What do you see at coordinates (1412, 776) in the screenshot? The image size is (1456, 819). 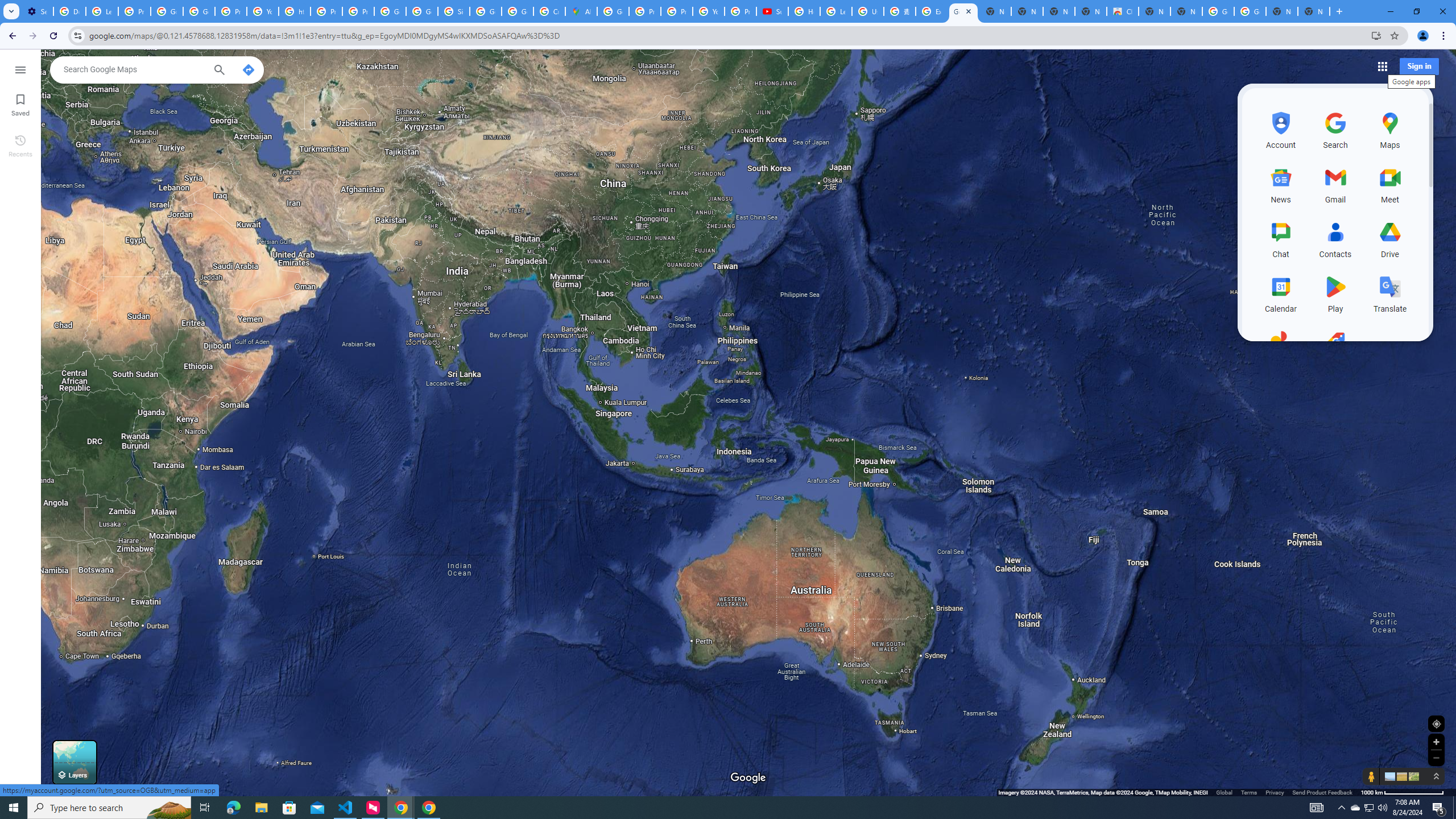 I see `'Show imagery'` at bounding box center [1412, 776].